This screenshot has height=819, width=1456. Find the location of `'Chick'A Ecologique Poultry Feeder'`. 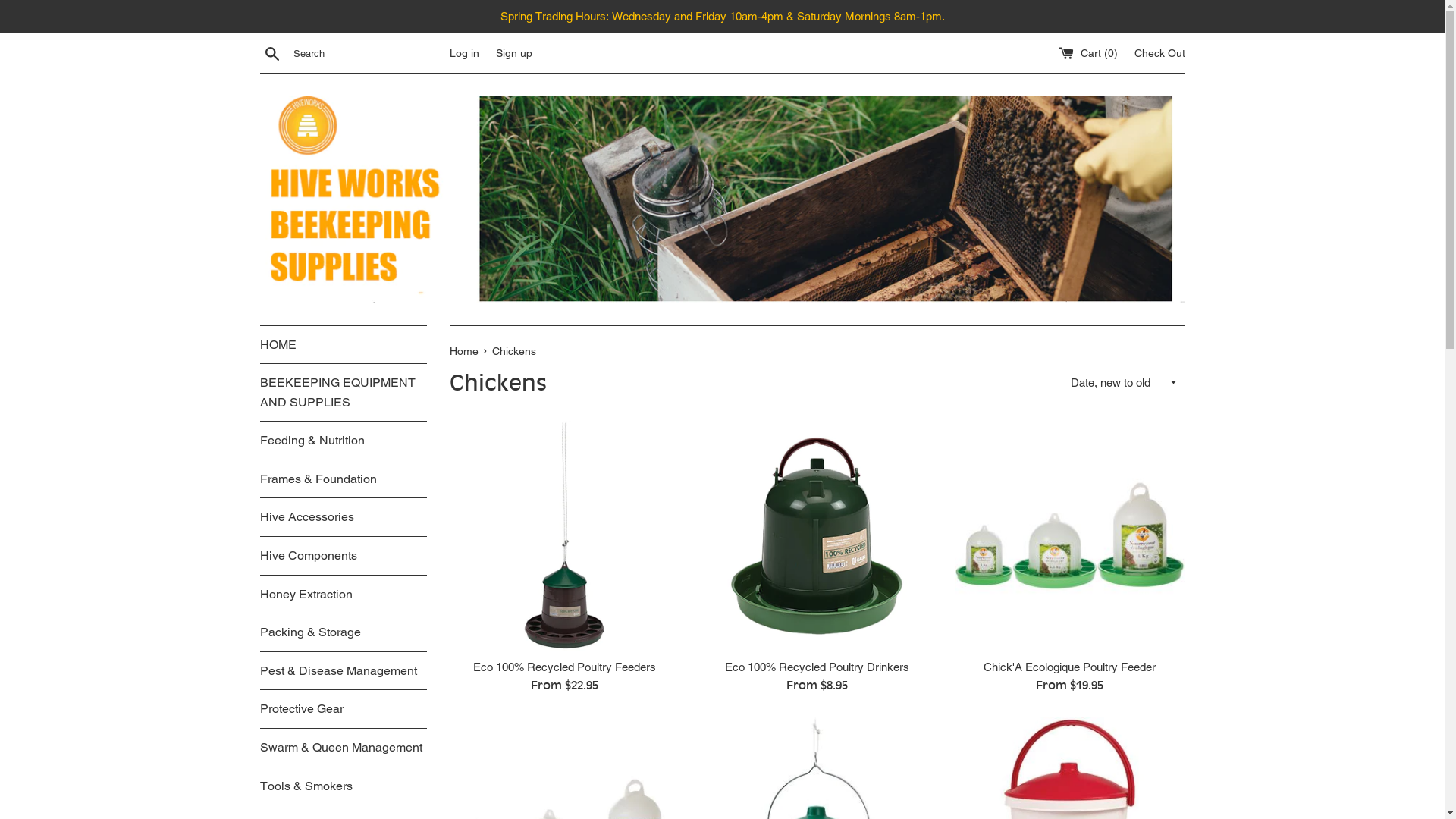

'Chick'A Ecologique Poultry Feeder' is located at coordinates (1068, 534).